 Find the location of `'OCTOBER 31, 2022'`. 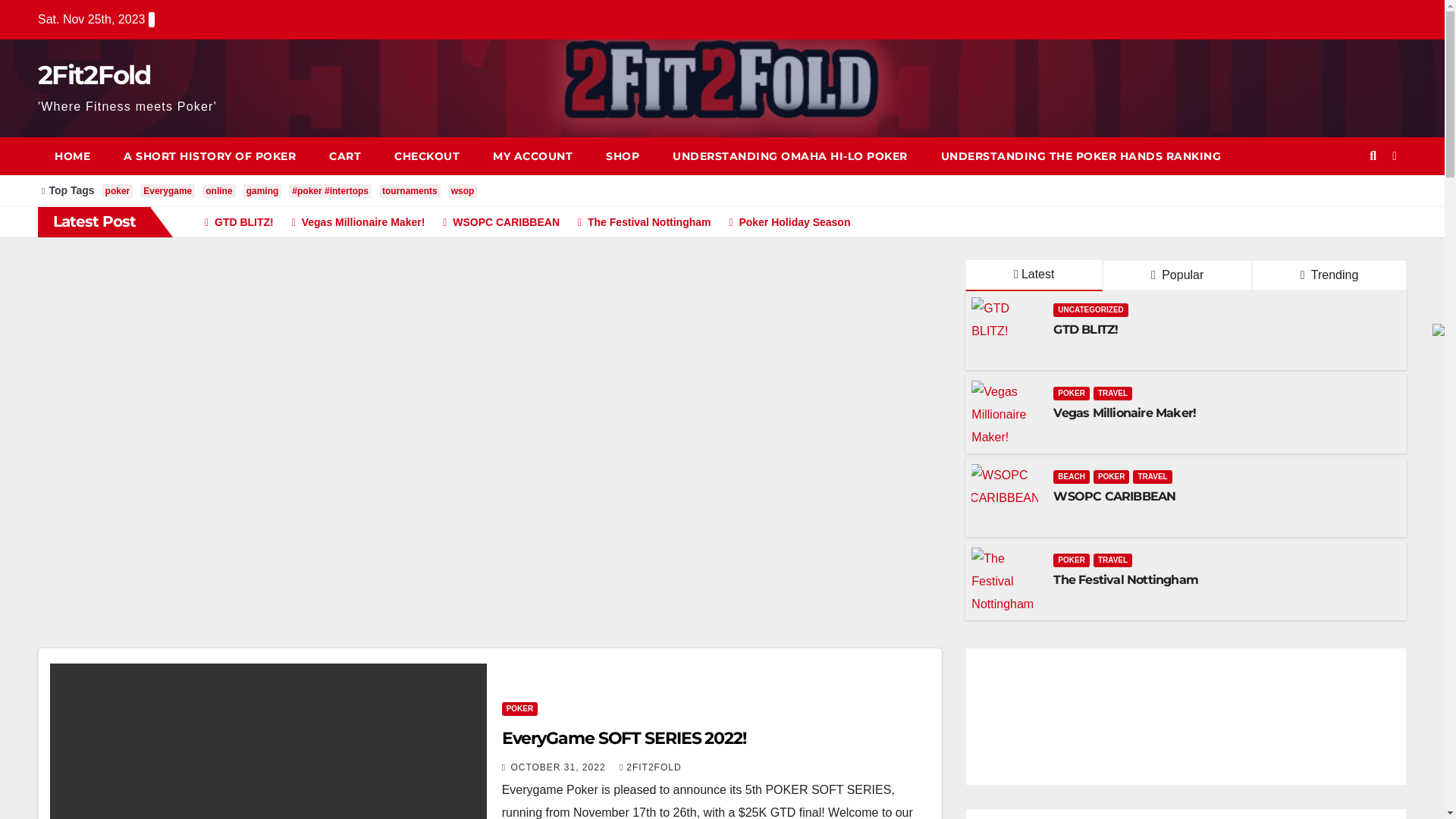

'OCTOBER 31, 2022' is located at coordinates (559, 767).